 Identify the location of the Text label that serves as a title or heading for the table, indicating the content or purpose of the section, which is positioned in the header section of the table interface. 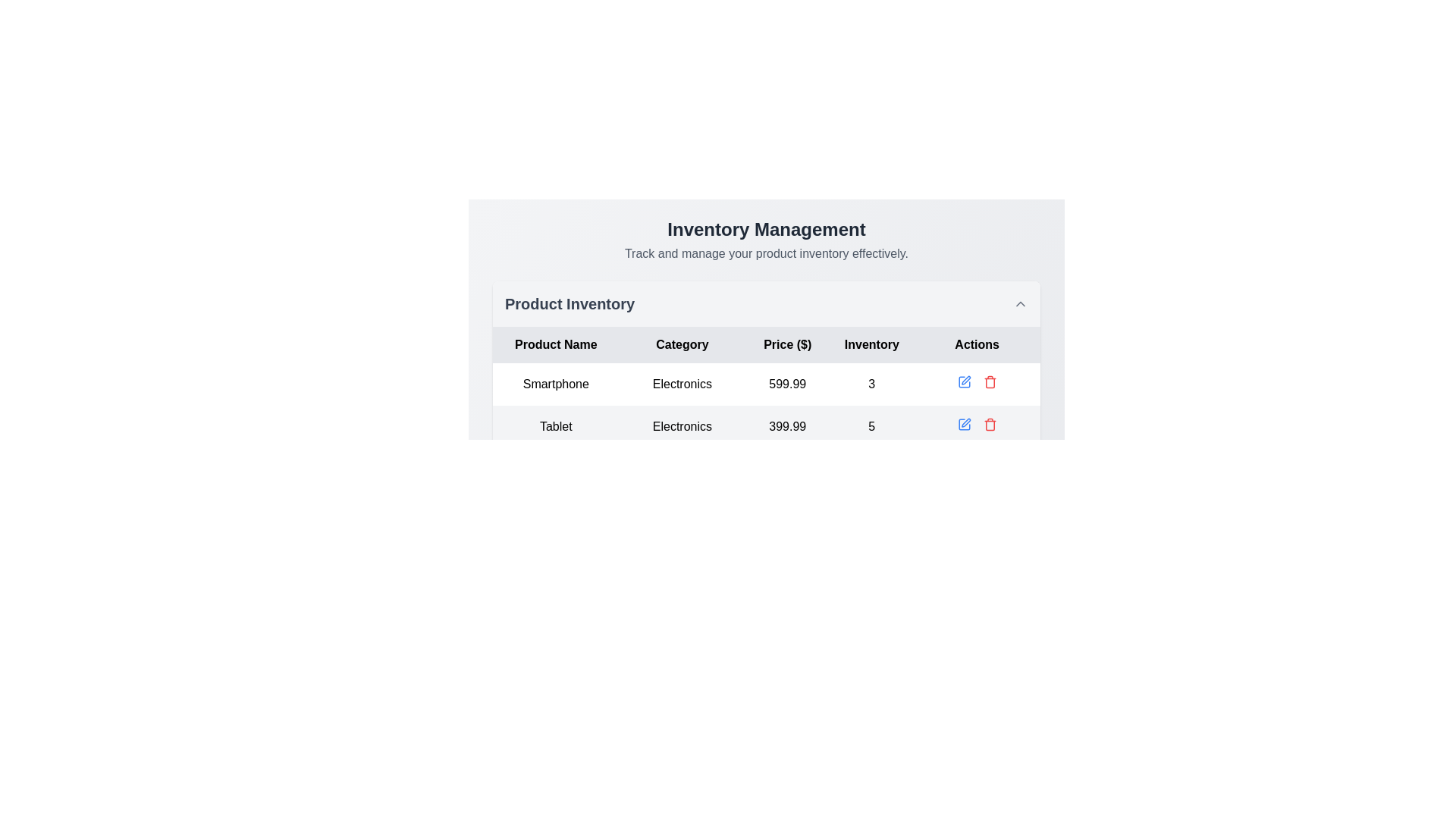
(569, 304).